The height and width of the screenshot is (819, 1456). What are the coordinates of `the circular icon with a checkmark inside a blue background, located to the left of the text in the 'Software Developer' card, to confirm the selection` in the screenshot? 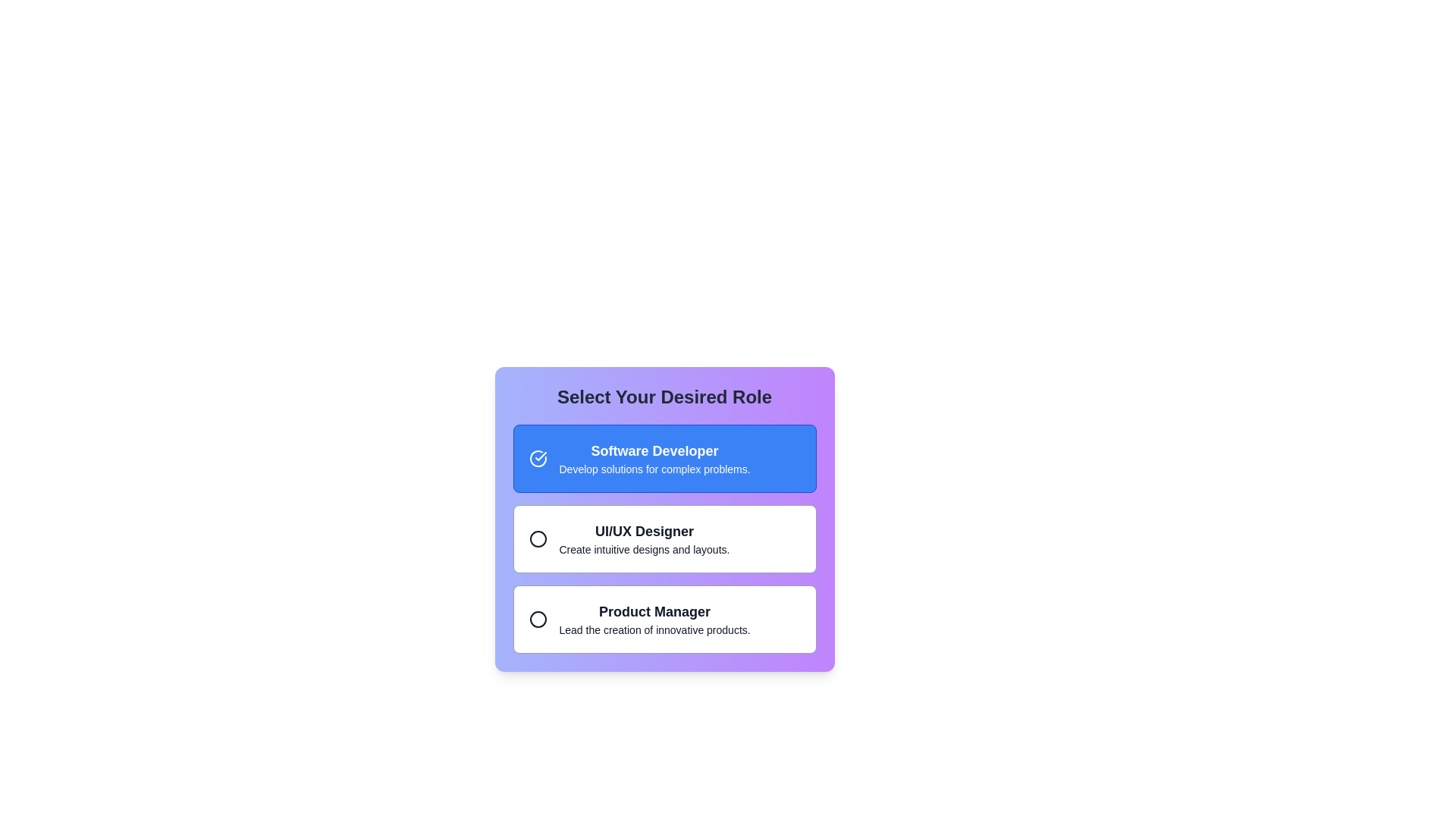 It's located at (538, 458).